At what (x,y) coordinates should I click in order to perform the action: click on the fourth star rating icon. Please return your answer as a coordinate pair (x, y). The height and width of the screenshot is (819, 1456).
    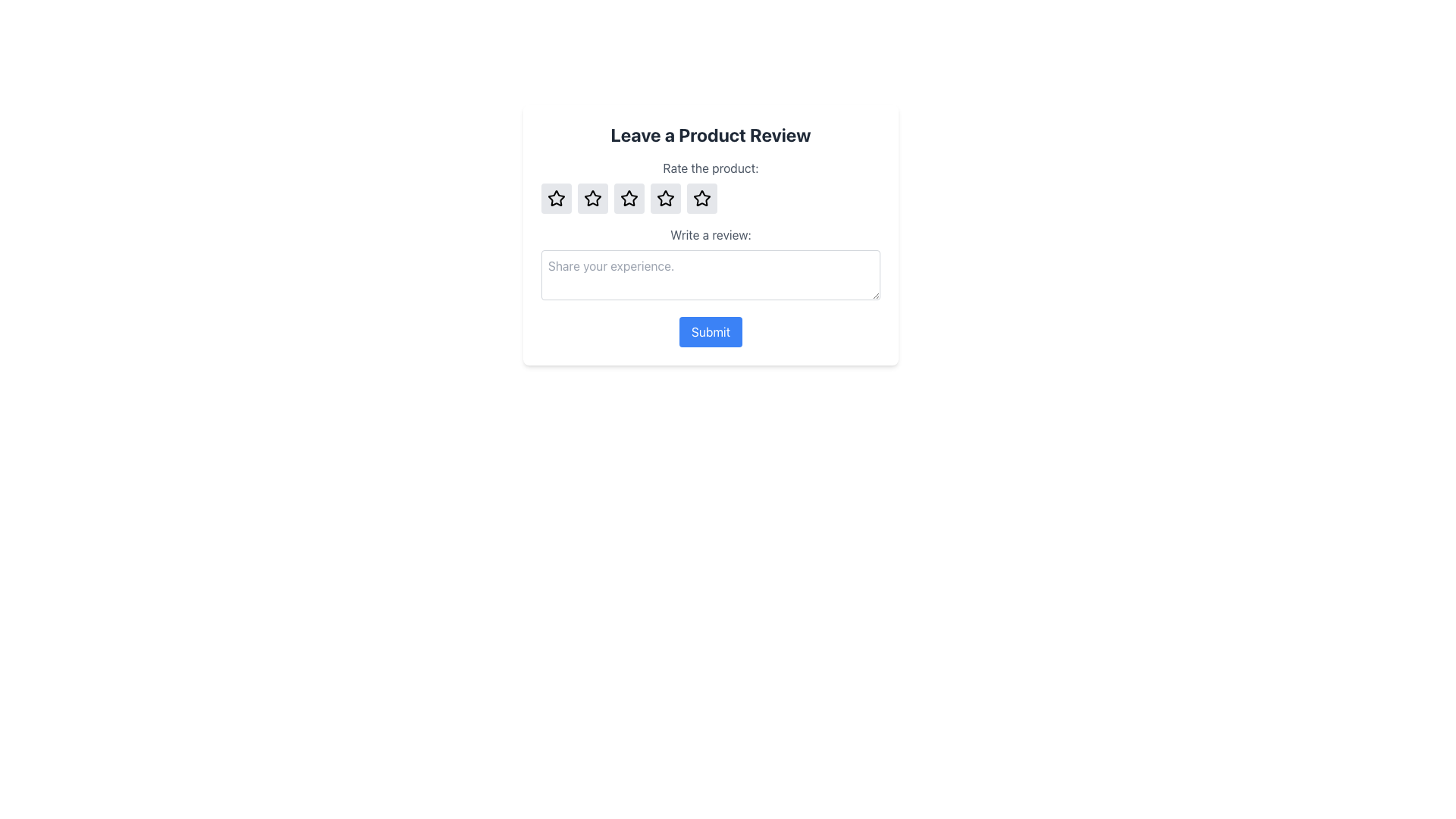
    Looking at the image, I should click on (666, 198).